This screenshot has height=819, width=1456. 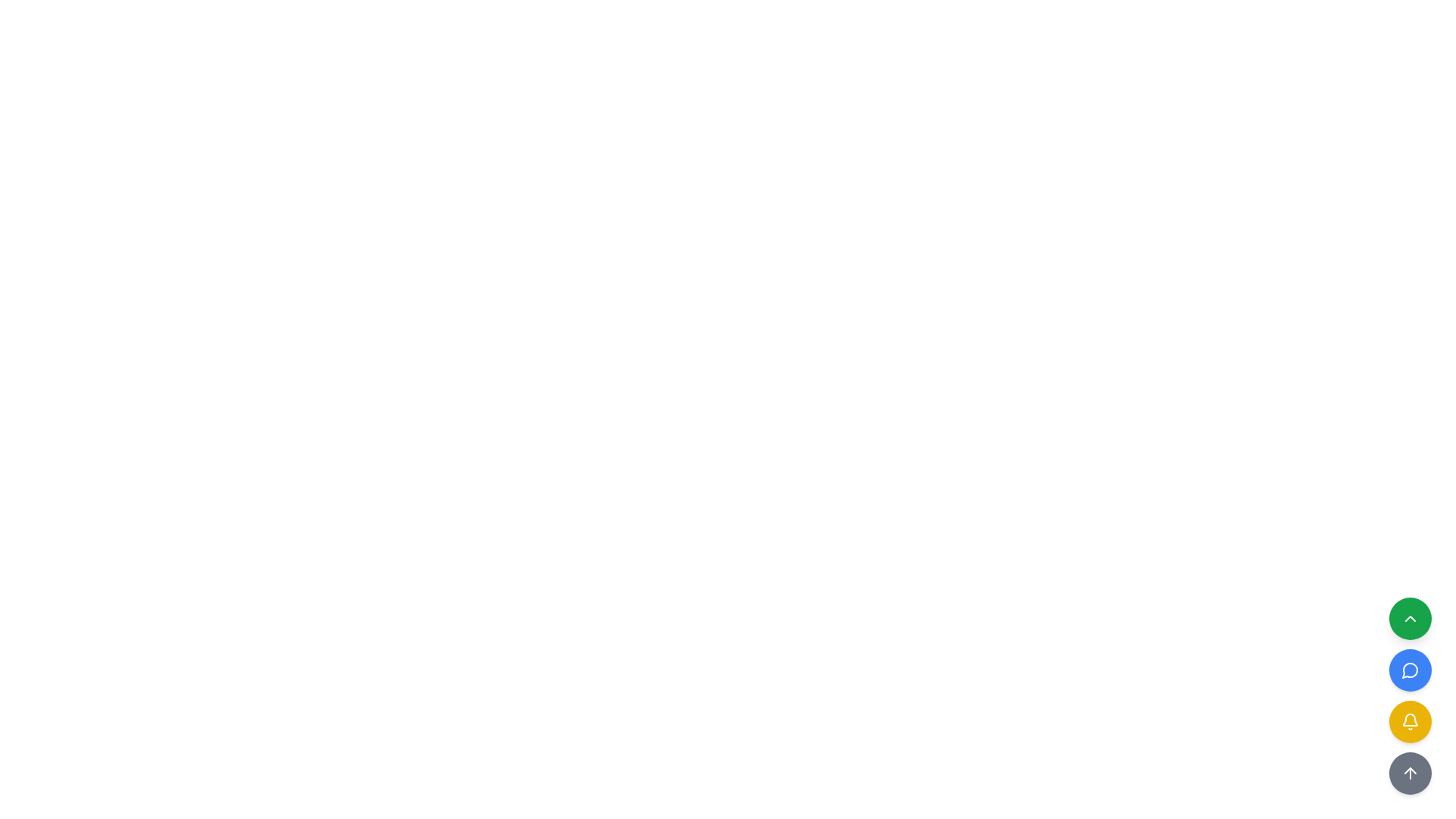 I want to click on the speech bubble icon button with a blue circular background, so click(x=1410, y=669).